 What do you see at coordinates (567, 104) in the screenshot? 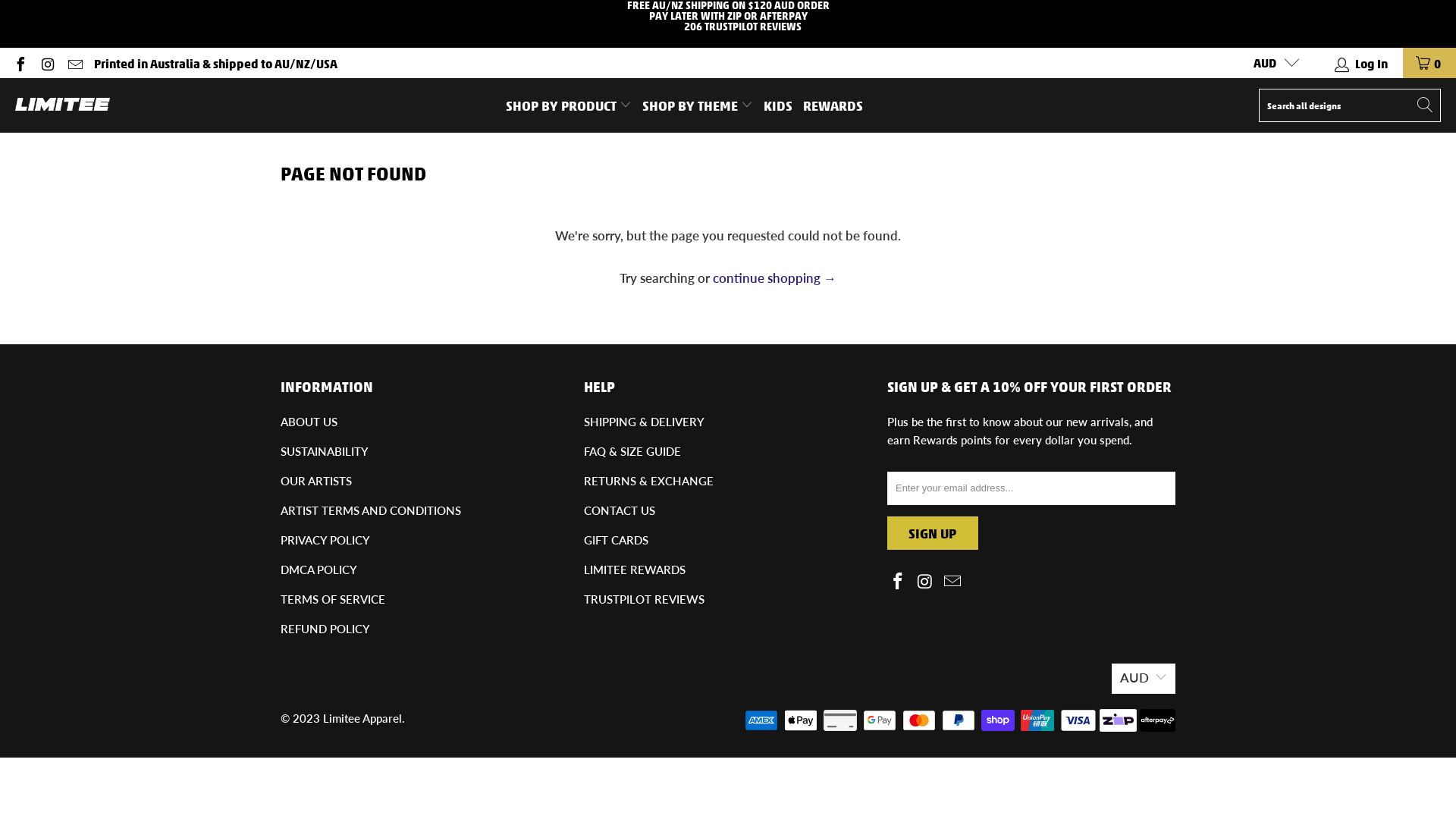
I see `'SHOP BY PRODUCT'` at bounding box center [567, 104].